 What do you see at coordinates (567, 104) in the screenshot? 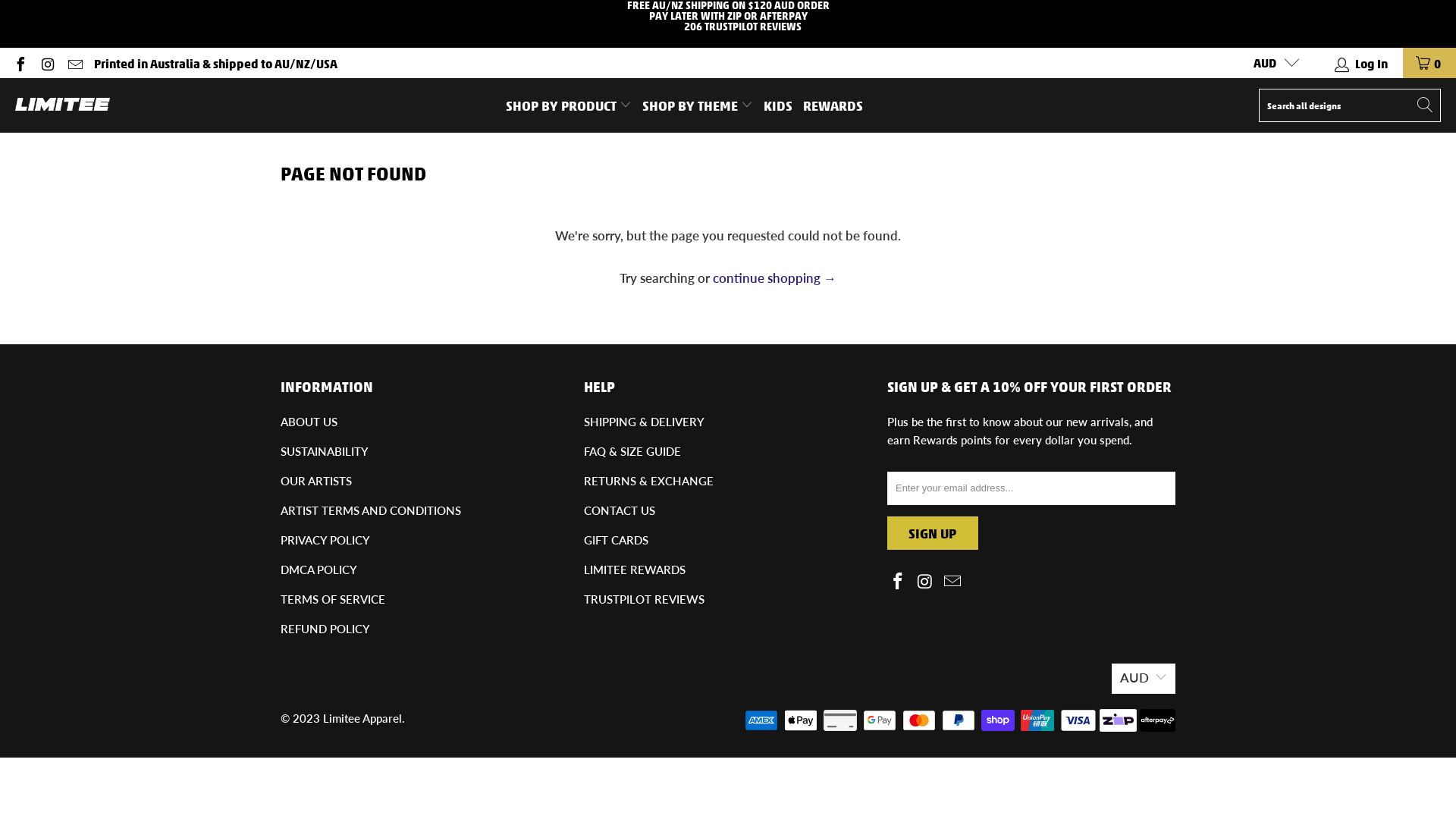
I see `'SHOP BY PRODUCT'` at bounding box center [567, 104].